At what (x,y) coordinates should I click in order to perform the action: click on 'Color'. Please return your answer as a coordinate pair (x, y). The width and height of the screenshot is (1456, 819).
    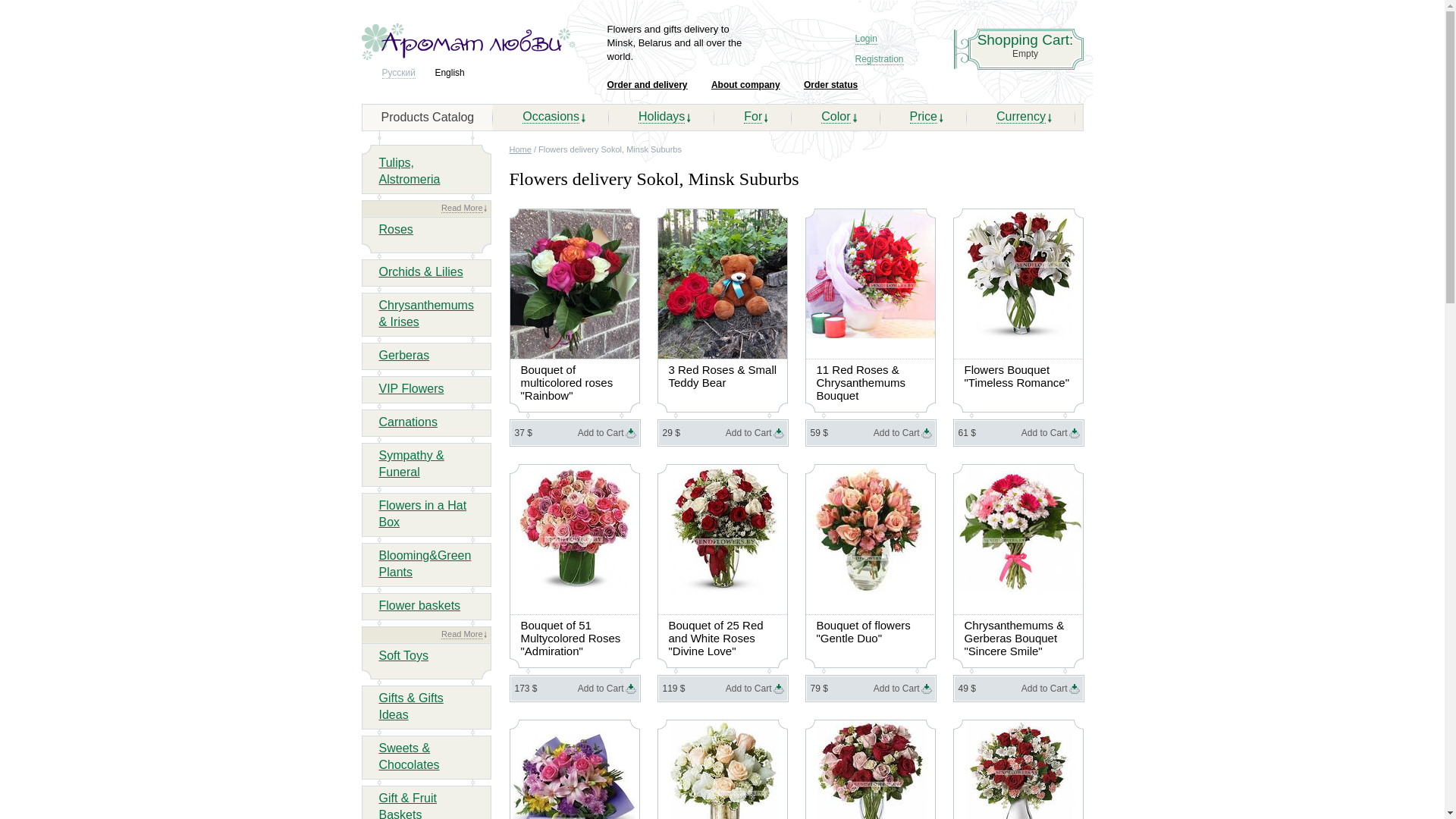
    Looking at the image, I should click on (835, 116).